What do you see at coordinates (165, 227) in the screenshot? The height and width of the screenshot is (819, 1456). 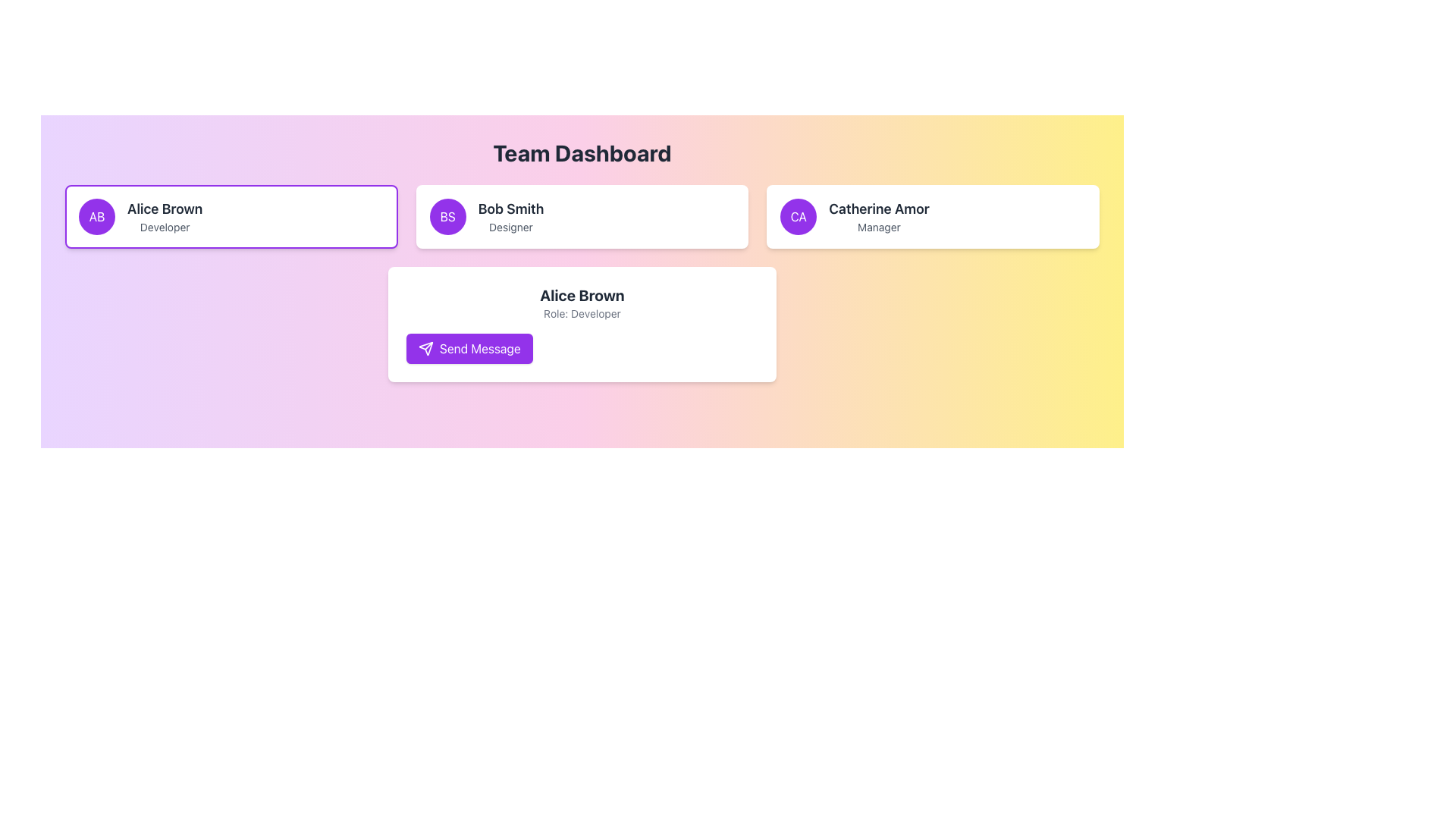 I see `the 'Developer' text label, which is presented in a small, gray font and located below 'Alice Brown' in a card layout on the left side of the interface` at bounding box center [165, 227].